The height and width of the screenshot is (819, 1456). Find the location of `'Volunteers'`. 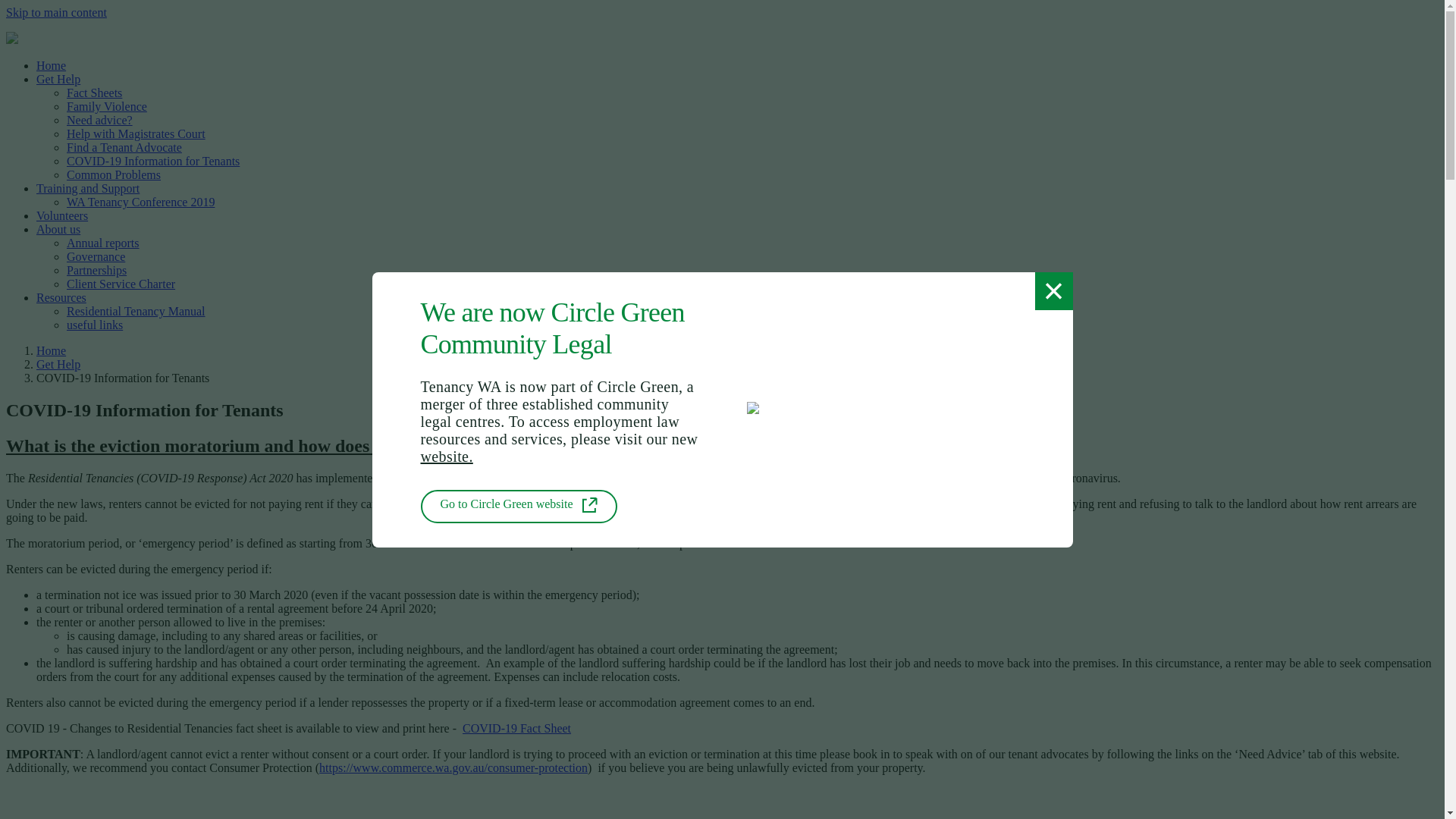

'Volunteers' is located at coordinates (61, 215).